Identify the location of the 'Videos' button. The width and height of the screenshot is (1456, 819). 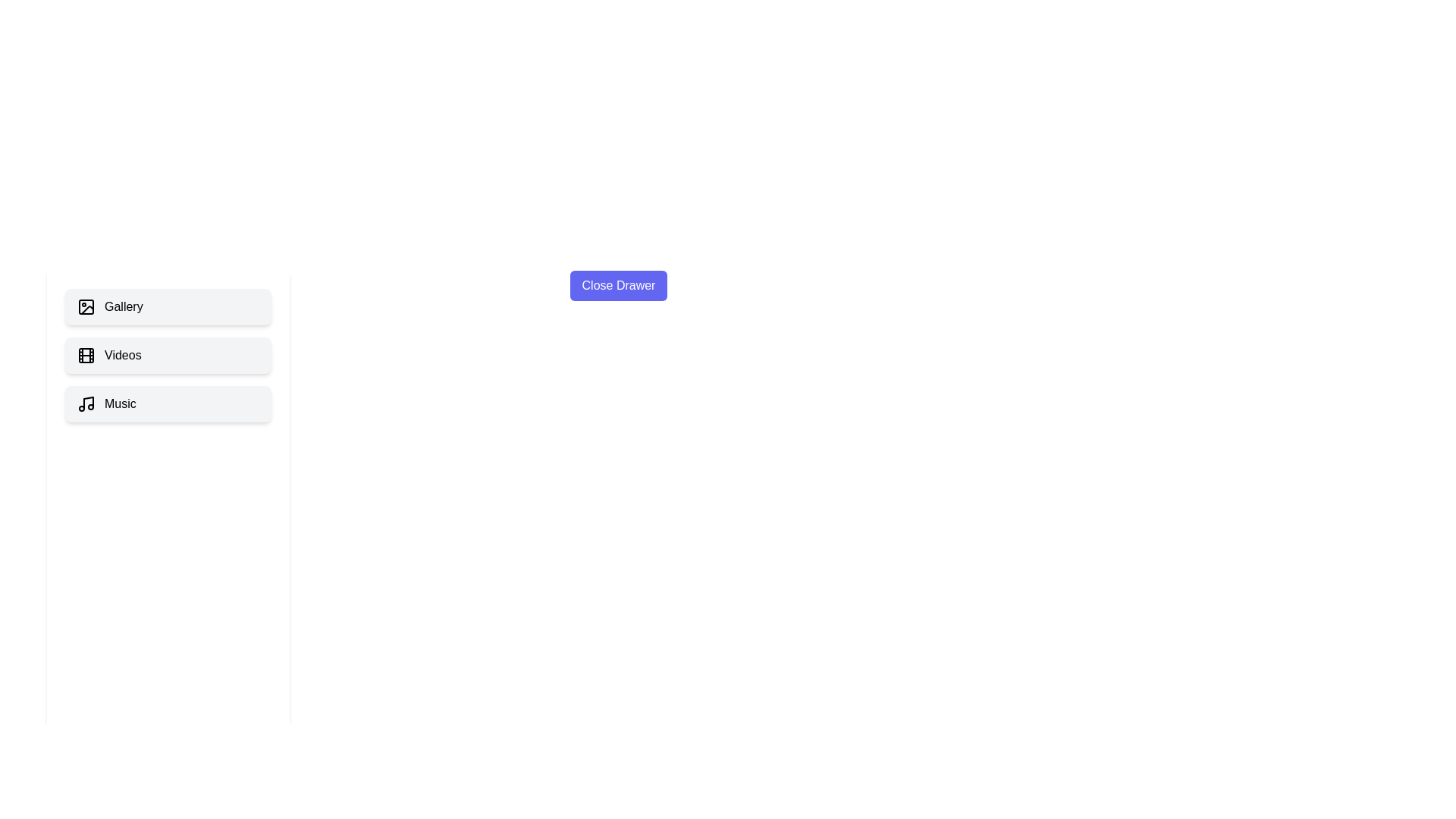
(168, 356).